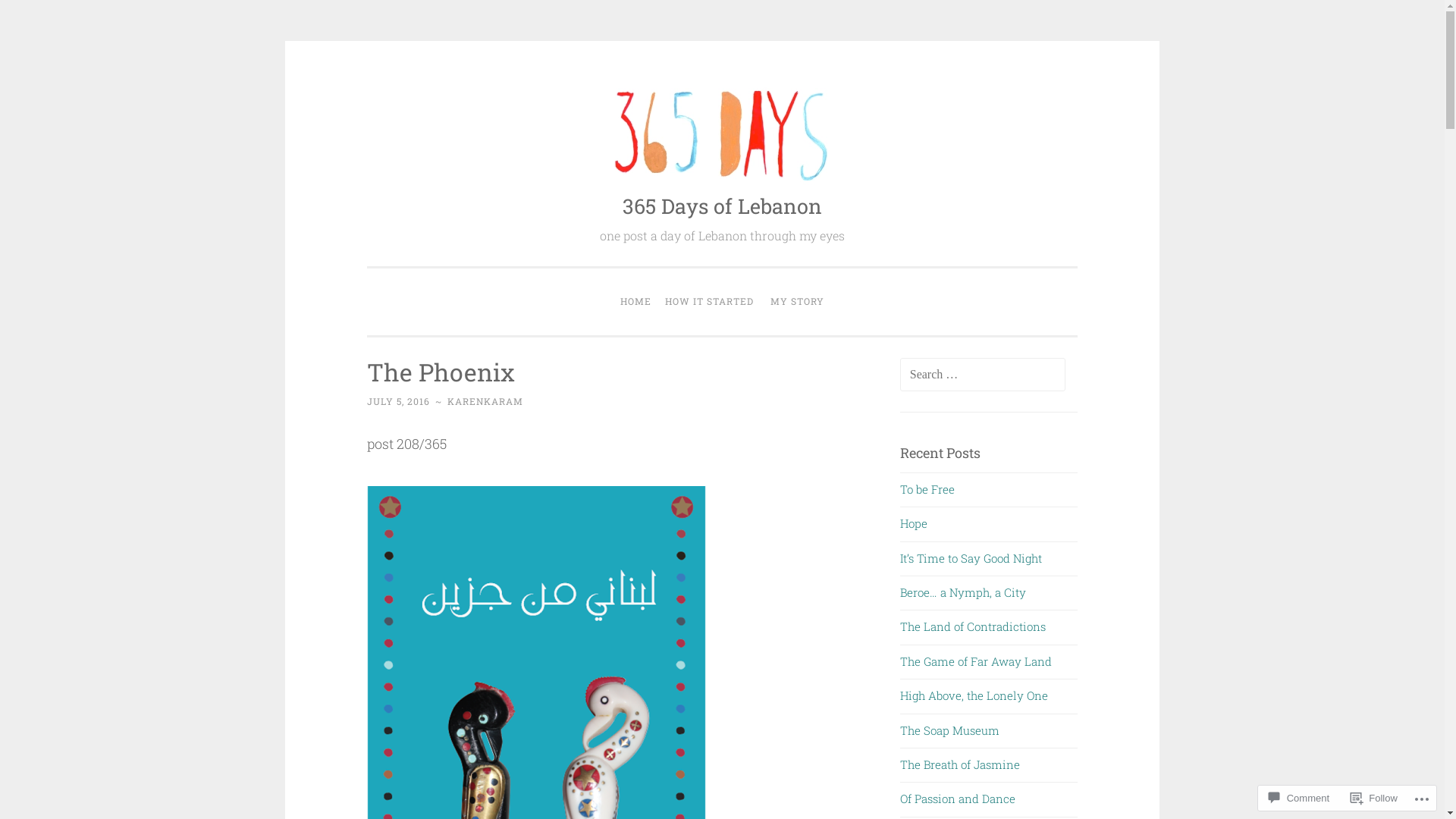 The height and width of the screenshot is (819, 1456). I want to click on 'HOW IT STARTED', so click(708, 301).